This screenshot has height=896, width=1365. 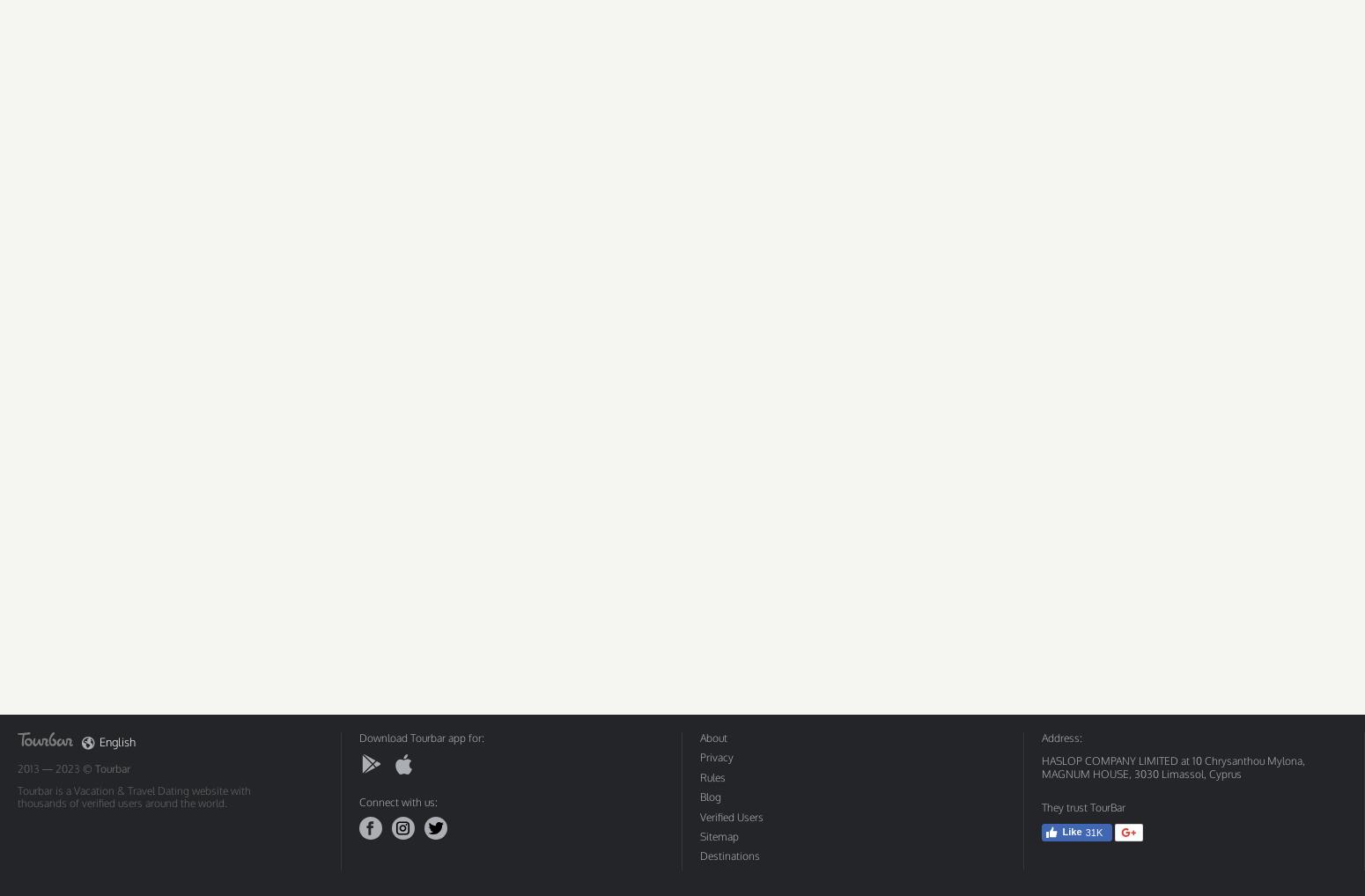 I want to click on 'Like', so click(x=1062, y=831).